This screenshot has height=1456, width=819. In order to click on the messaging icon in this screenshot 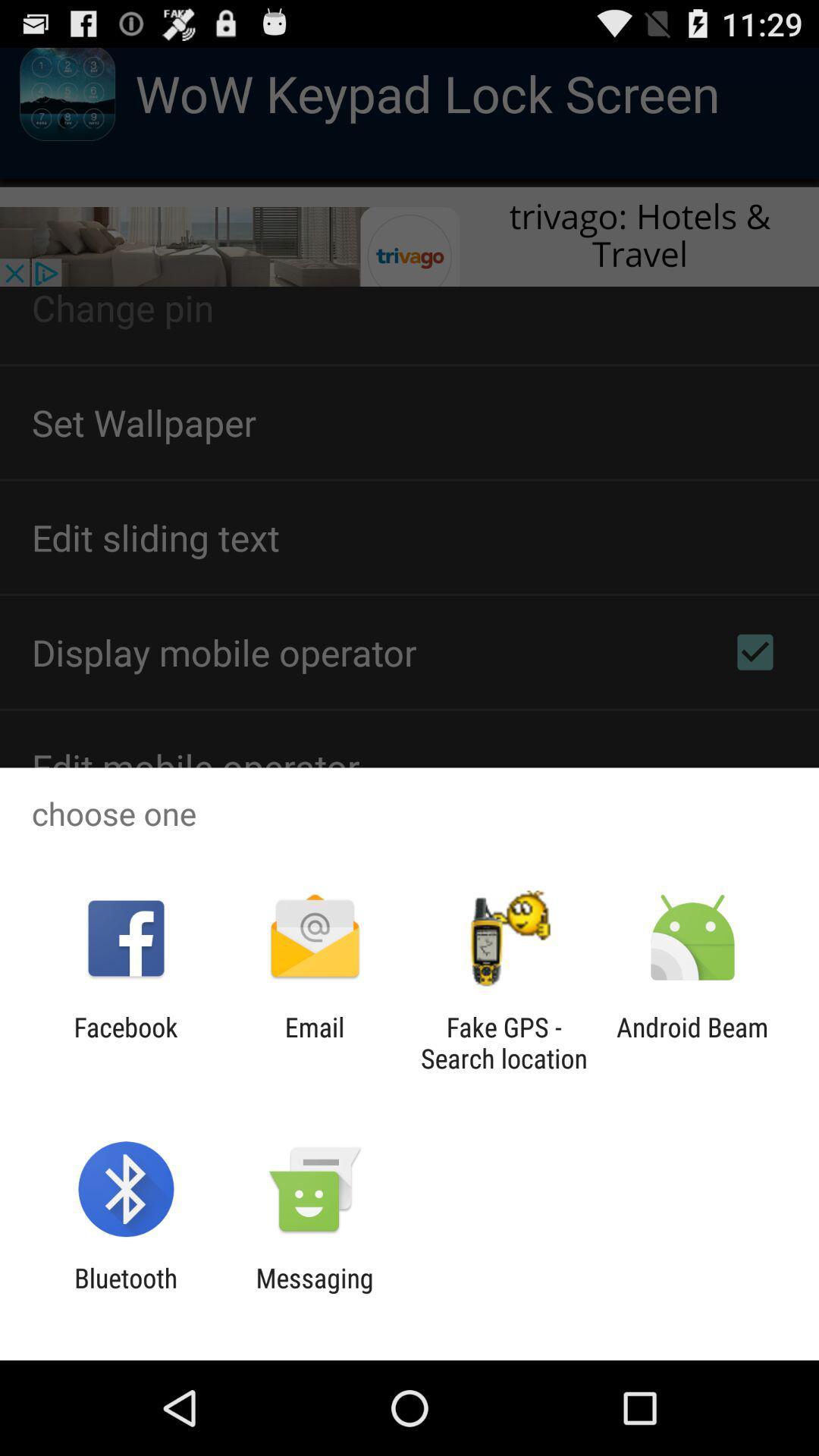, I will do `click(314, 1293)`.